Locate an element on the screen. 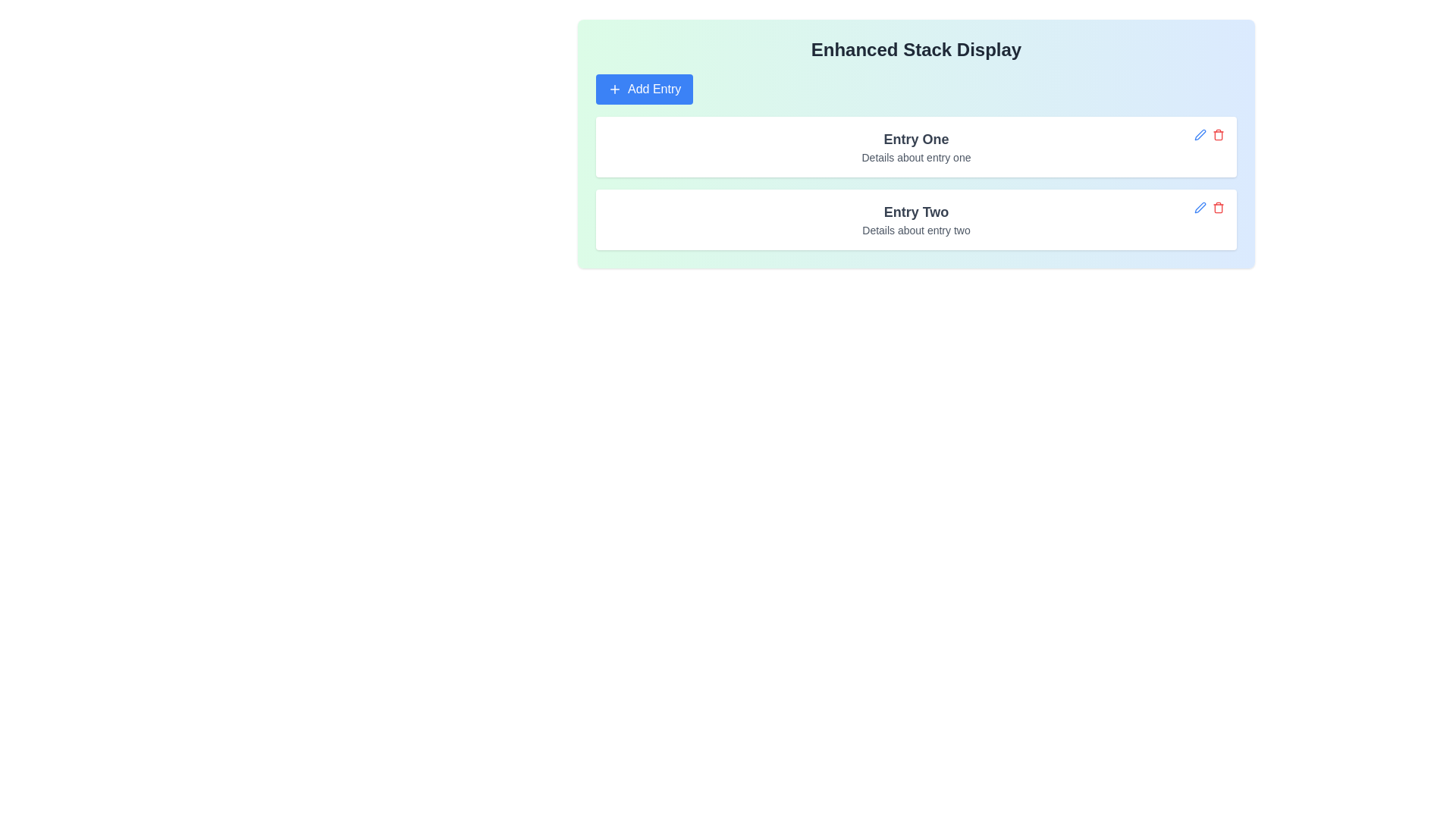 This screenshot has width=1456, height=819. the pencil icon in the toolbar of the card labeled 'Entry Two' is located at coordinates (1208, 207).